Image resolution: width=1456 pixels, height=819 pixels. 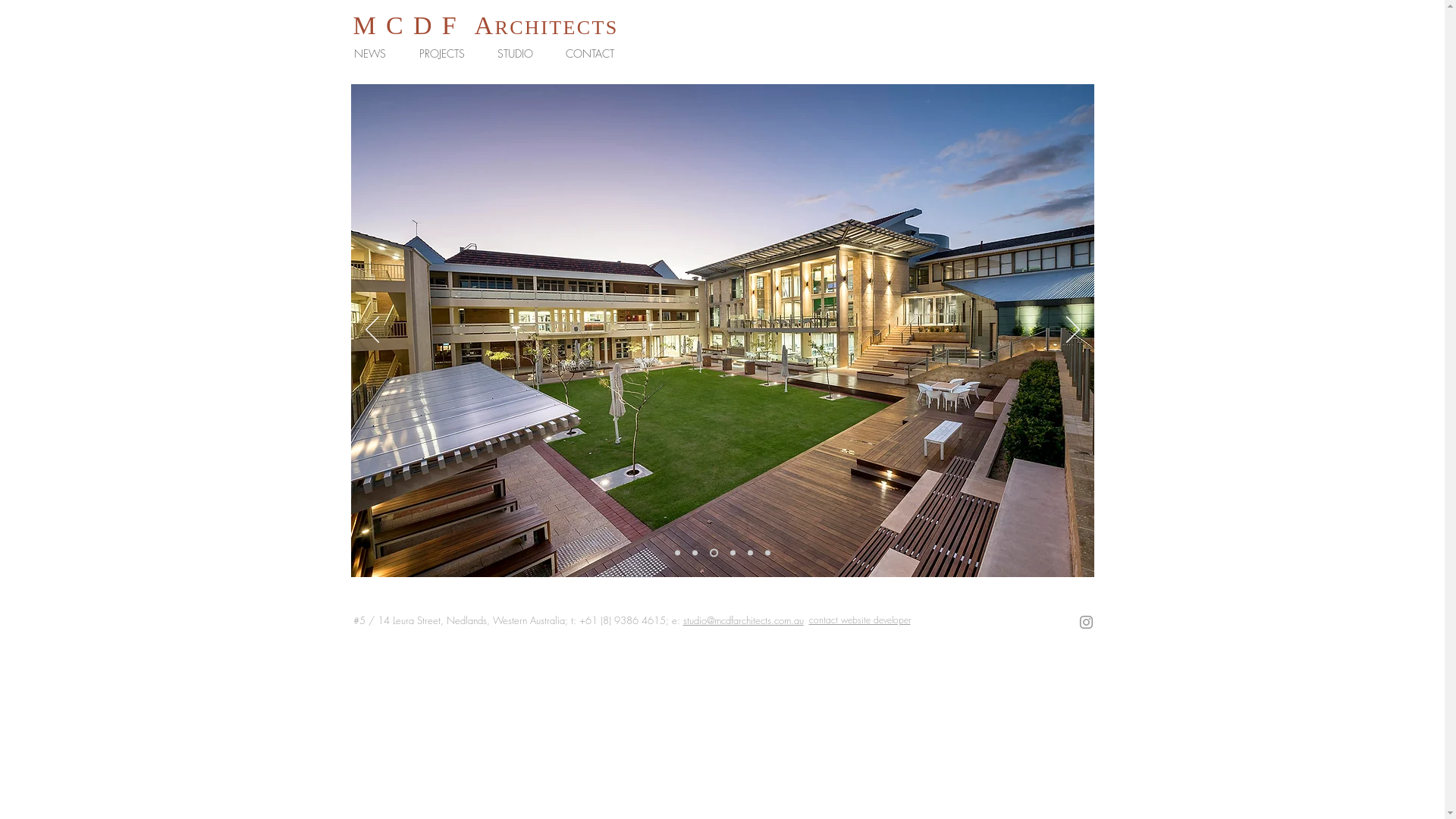 I want to click on 'PROJECTS', so click(x=446, y=52).